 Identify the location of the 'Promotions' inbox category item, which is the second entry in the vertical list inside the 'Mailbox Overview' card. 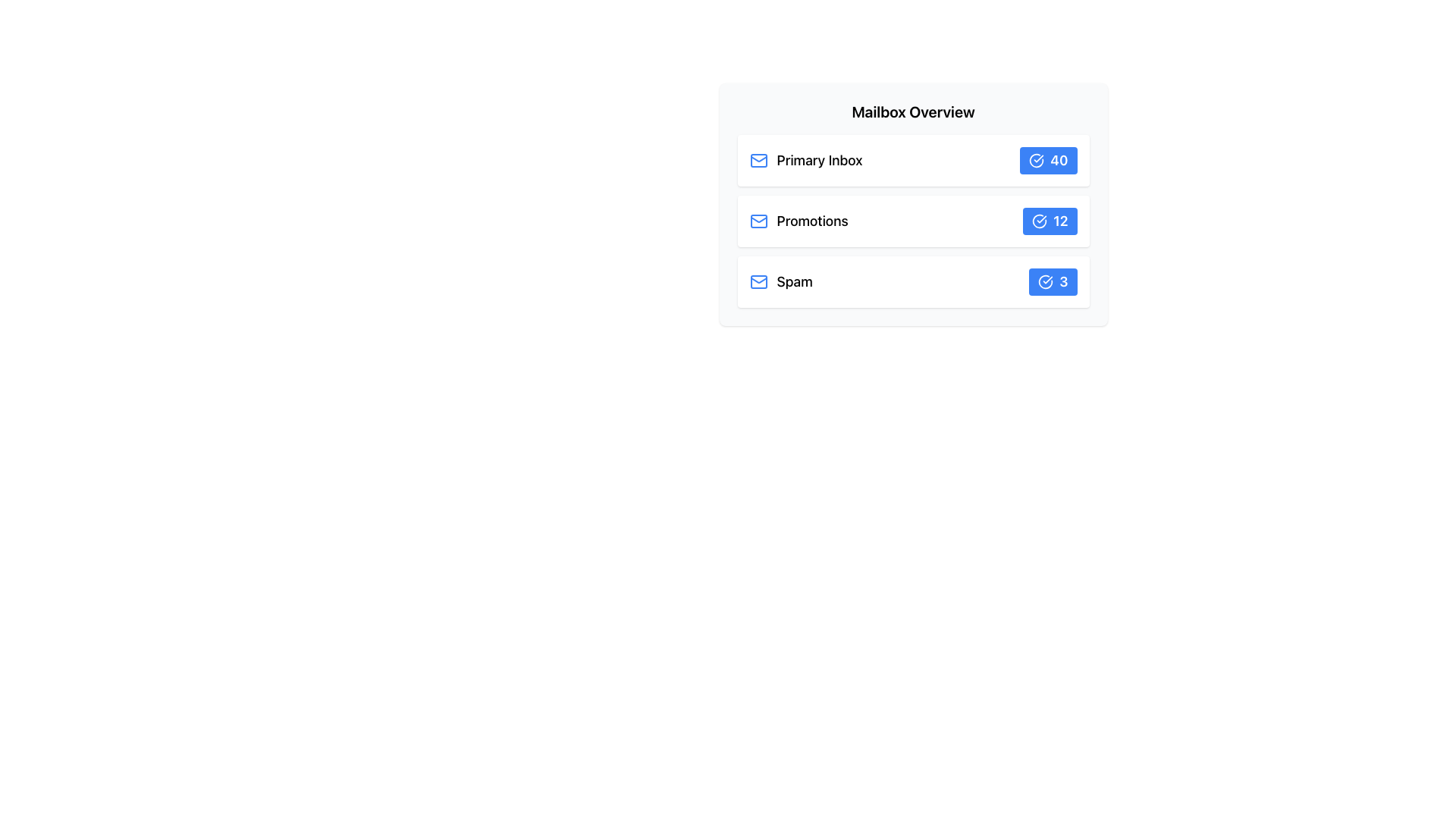
(798, 221).